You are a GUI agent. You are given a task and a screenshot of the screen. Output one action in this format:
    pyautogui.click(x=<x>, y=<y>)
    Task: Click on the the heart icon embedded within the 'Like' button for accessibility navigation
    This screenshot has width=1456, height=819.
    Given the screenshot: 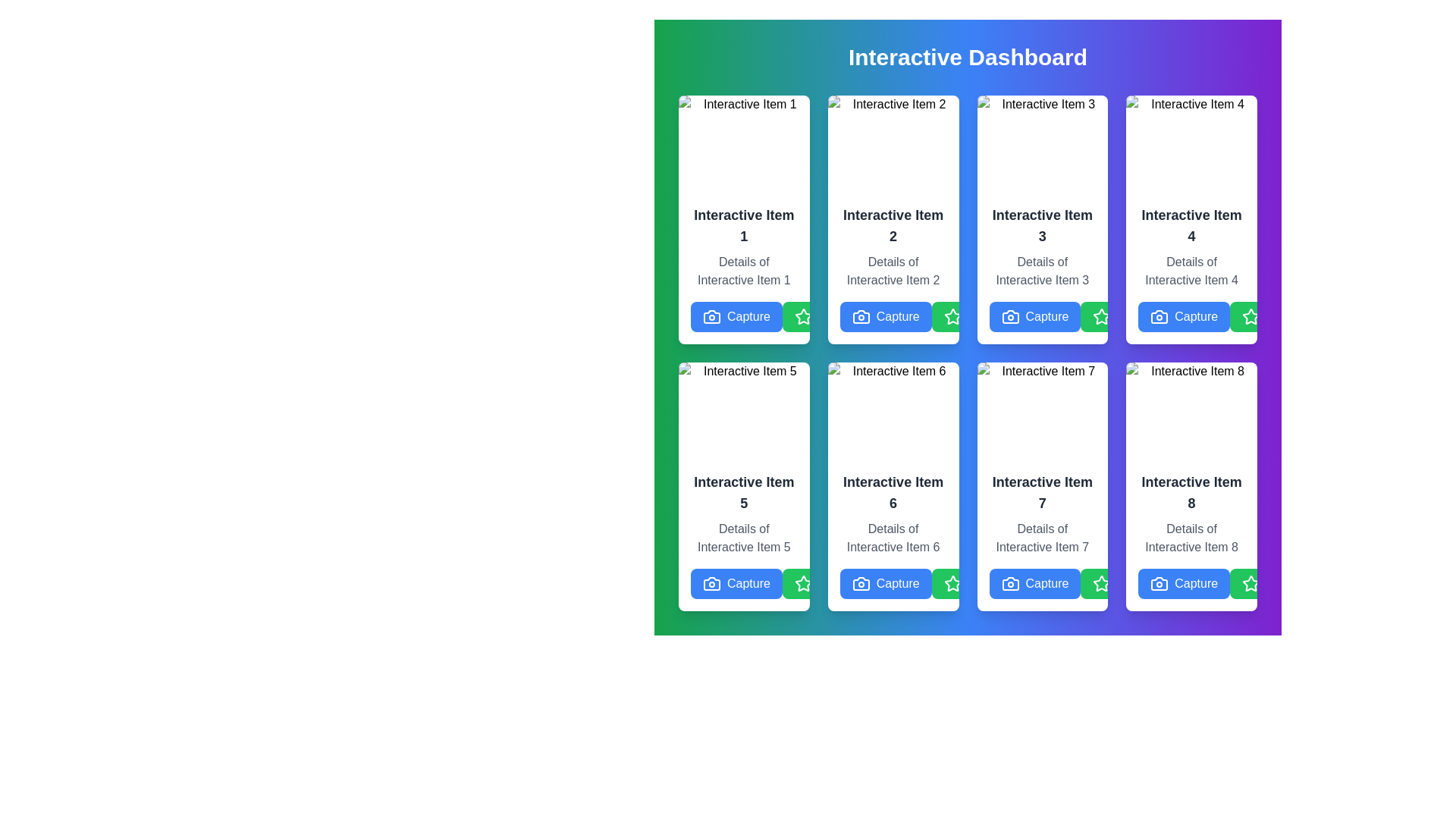 What is the action you would take?
    pyautogui.click(x=896, y=583)
    